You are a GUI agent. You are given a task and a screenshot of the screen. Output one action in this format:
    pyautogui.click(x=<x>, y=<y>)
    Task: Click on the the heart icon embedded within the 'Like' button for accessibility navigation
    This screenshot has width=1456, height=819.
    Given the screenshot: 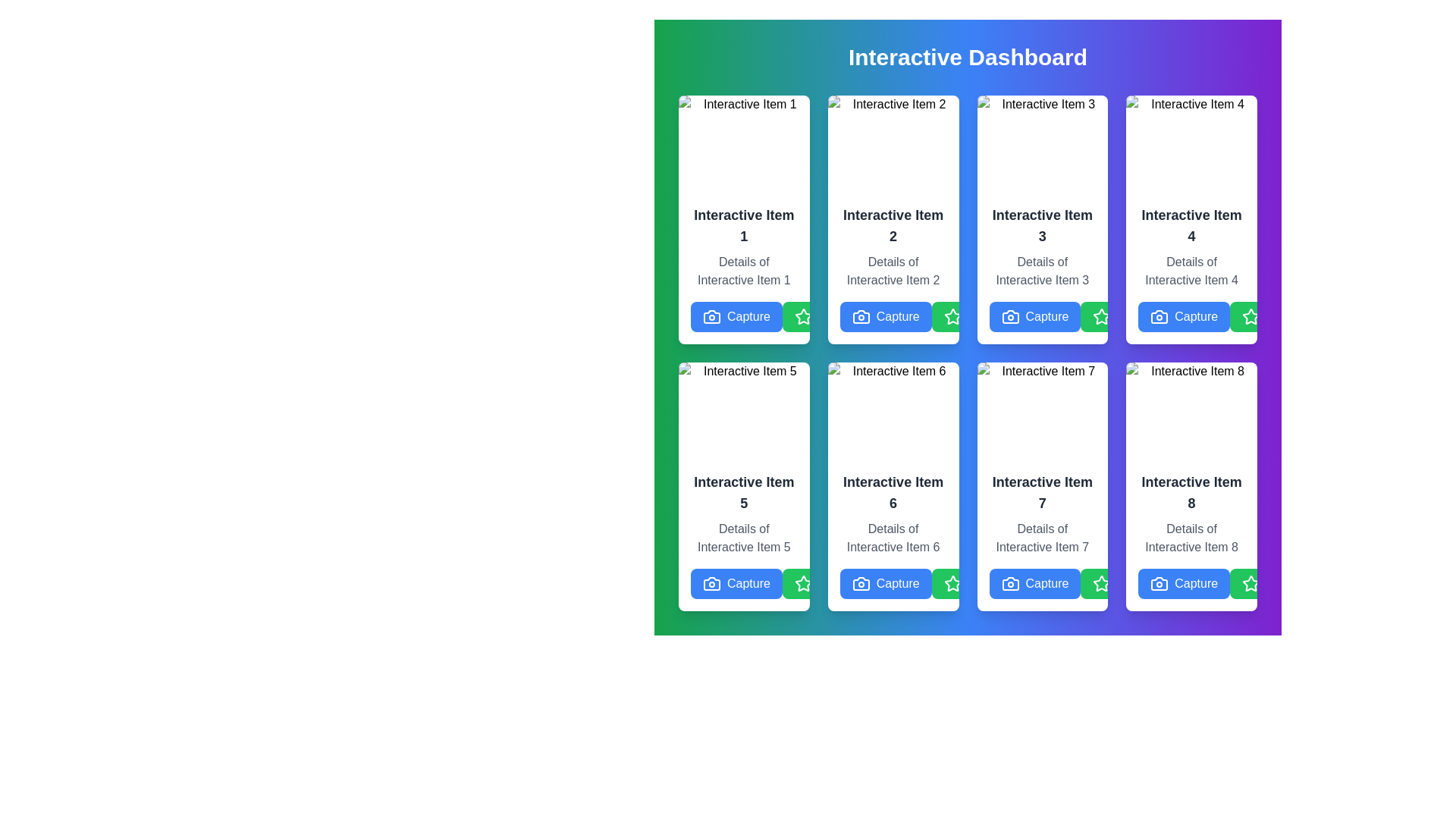 What is the action you would take?
    pyautogui.click(x=896, y=583)
    